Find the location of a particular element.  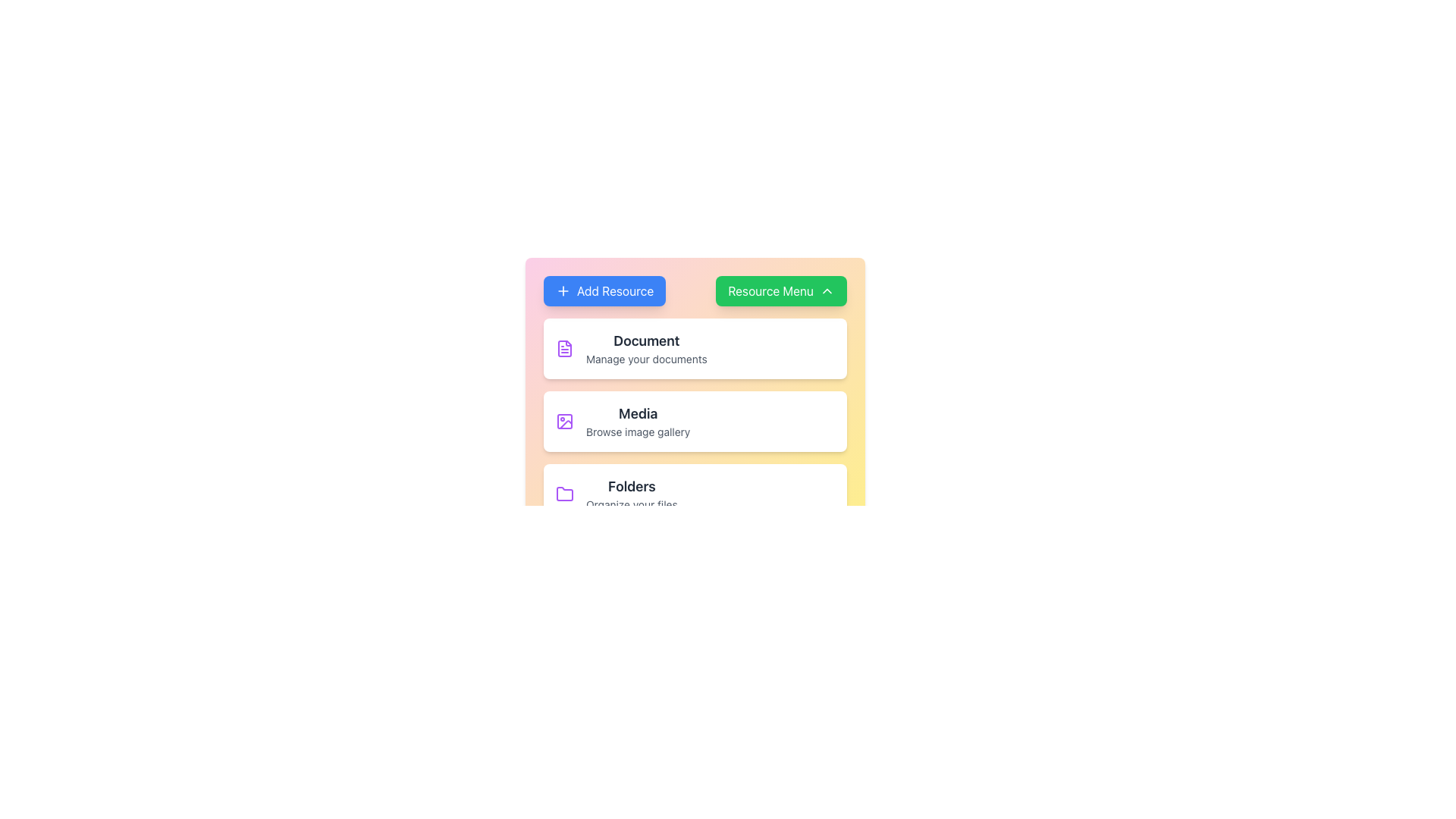

the 'Document' icon is located at coordinates (563, 348).